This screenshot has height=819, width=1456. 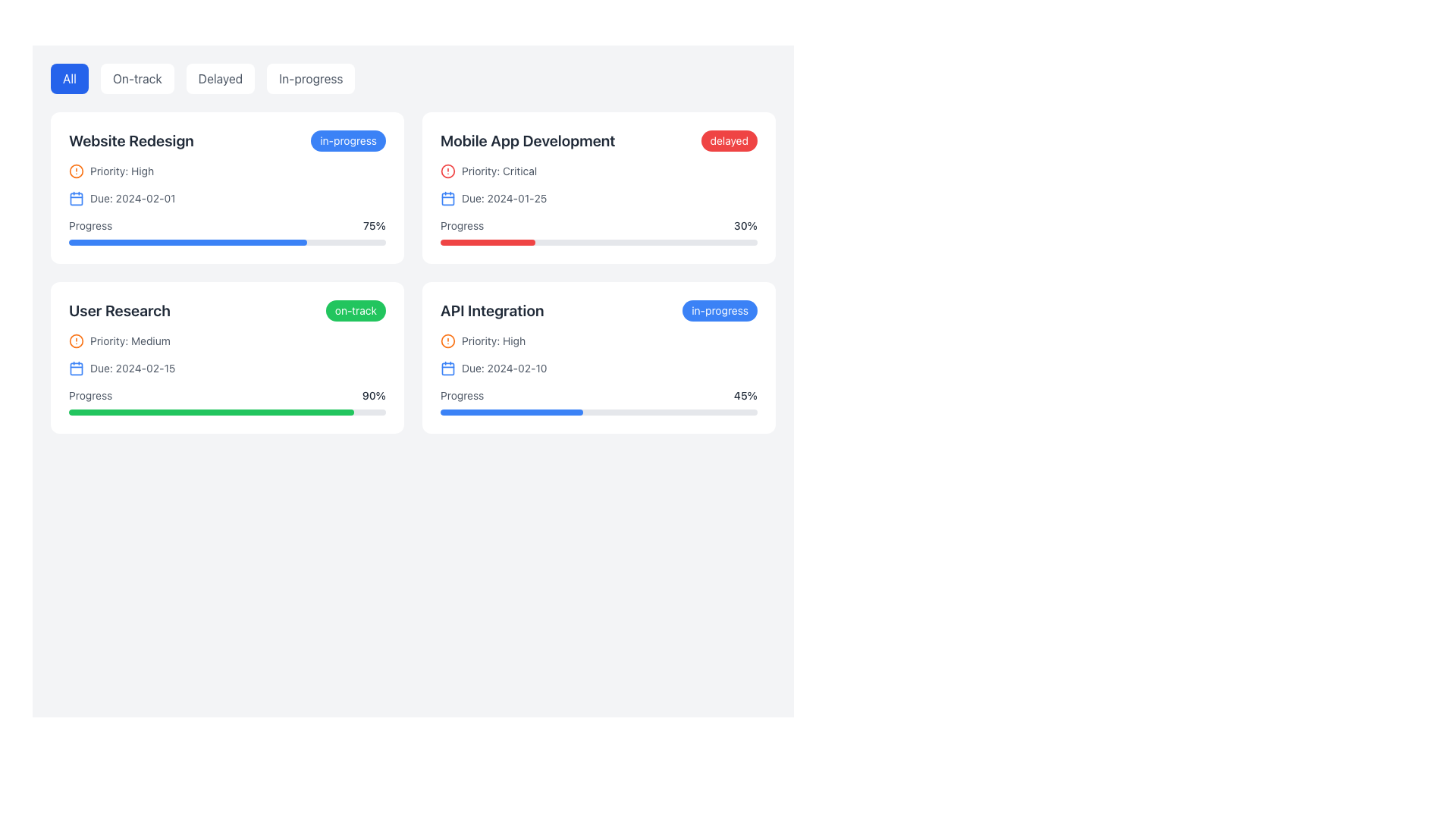 I want to click on the circular boundary of the warning icon located in the bottom-right corner of the 'API Integration' card, so click(x=447, y=341).